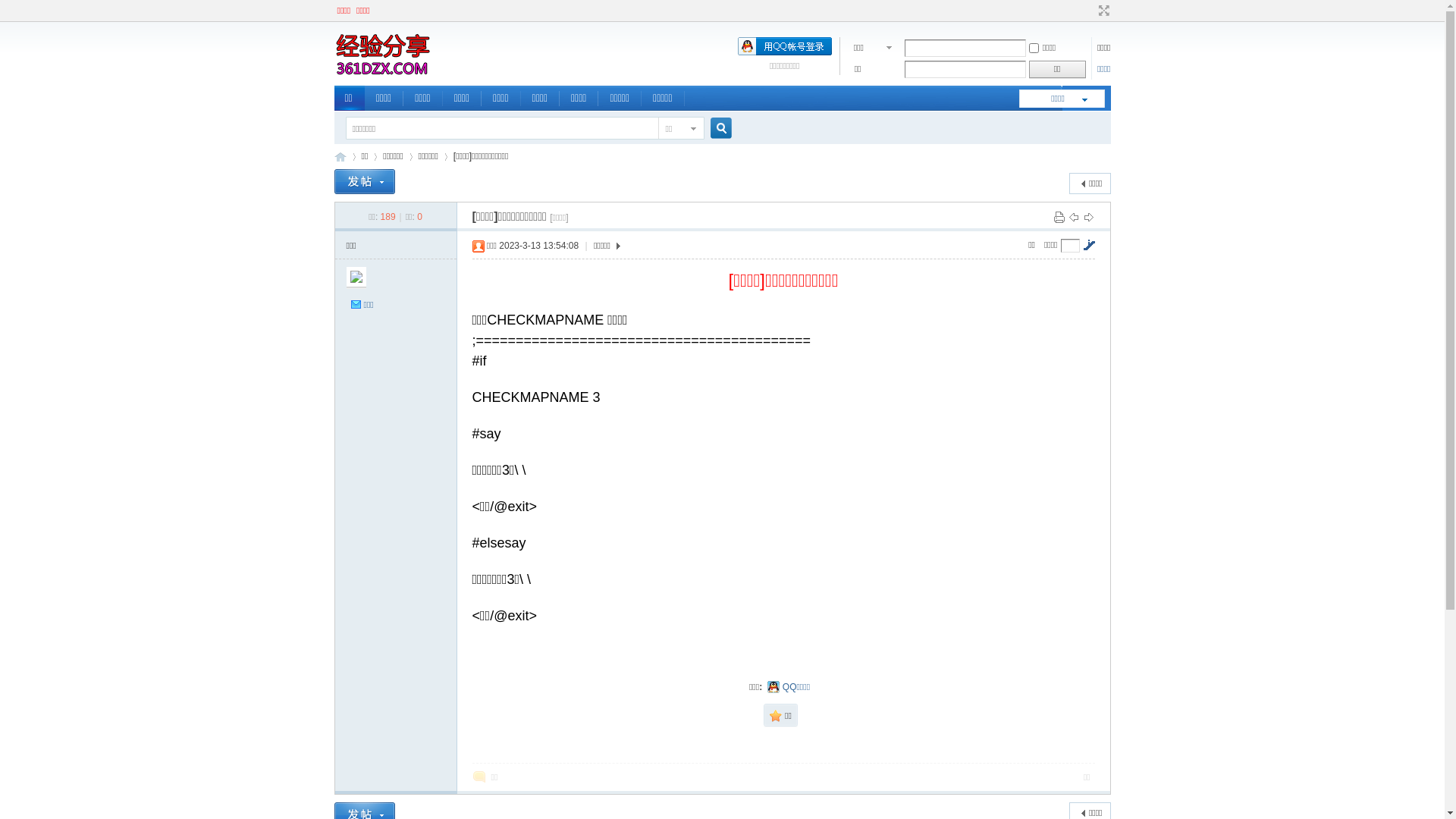 The height and width of the screenshot is (819, 1456). Describe the element at coordinates (702, 127) in the screenshot. I see `'true'` at that location.